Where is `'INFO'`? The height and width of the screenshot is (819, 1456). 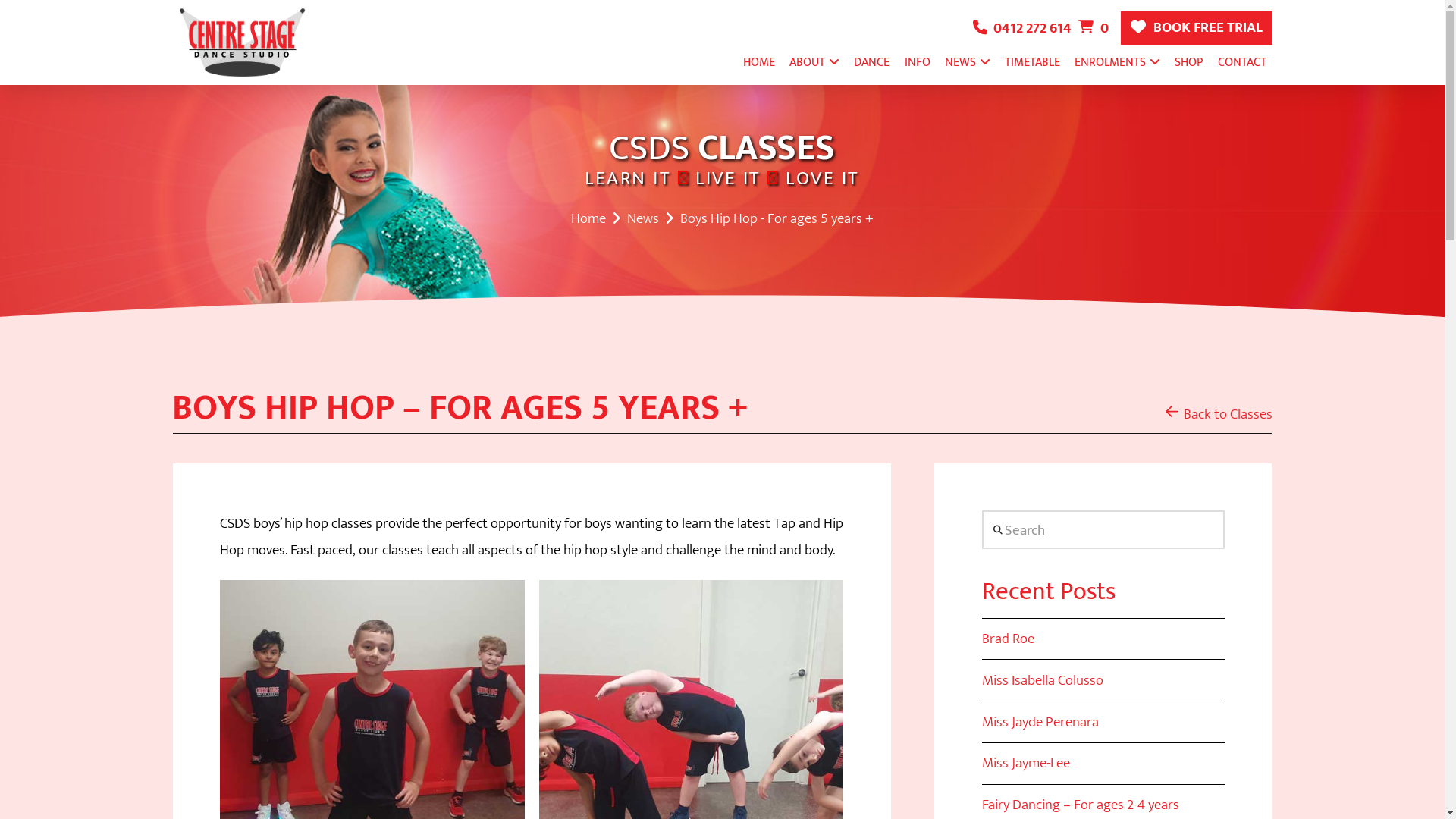 'INFO' is located at coordinates (916, 61).